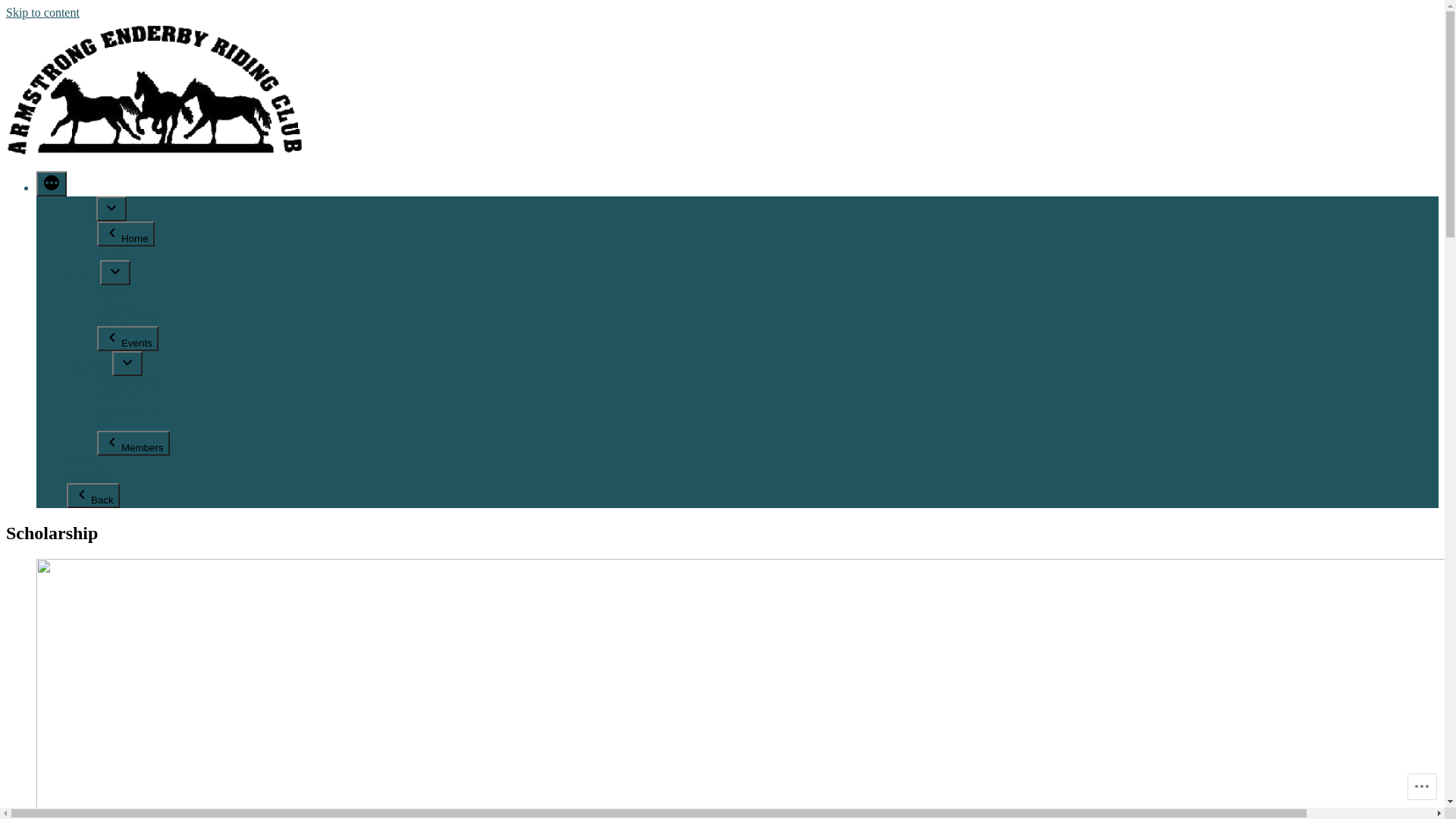 This screenshot has width=1456, height=819. I want to click on 'Shows', so click(112, 291).